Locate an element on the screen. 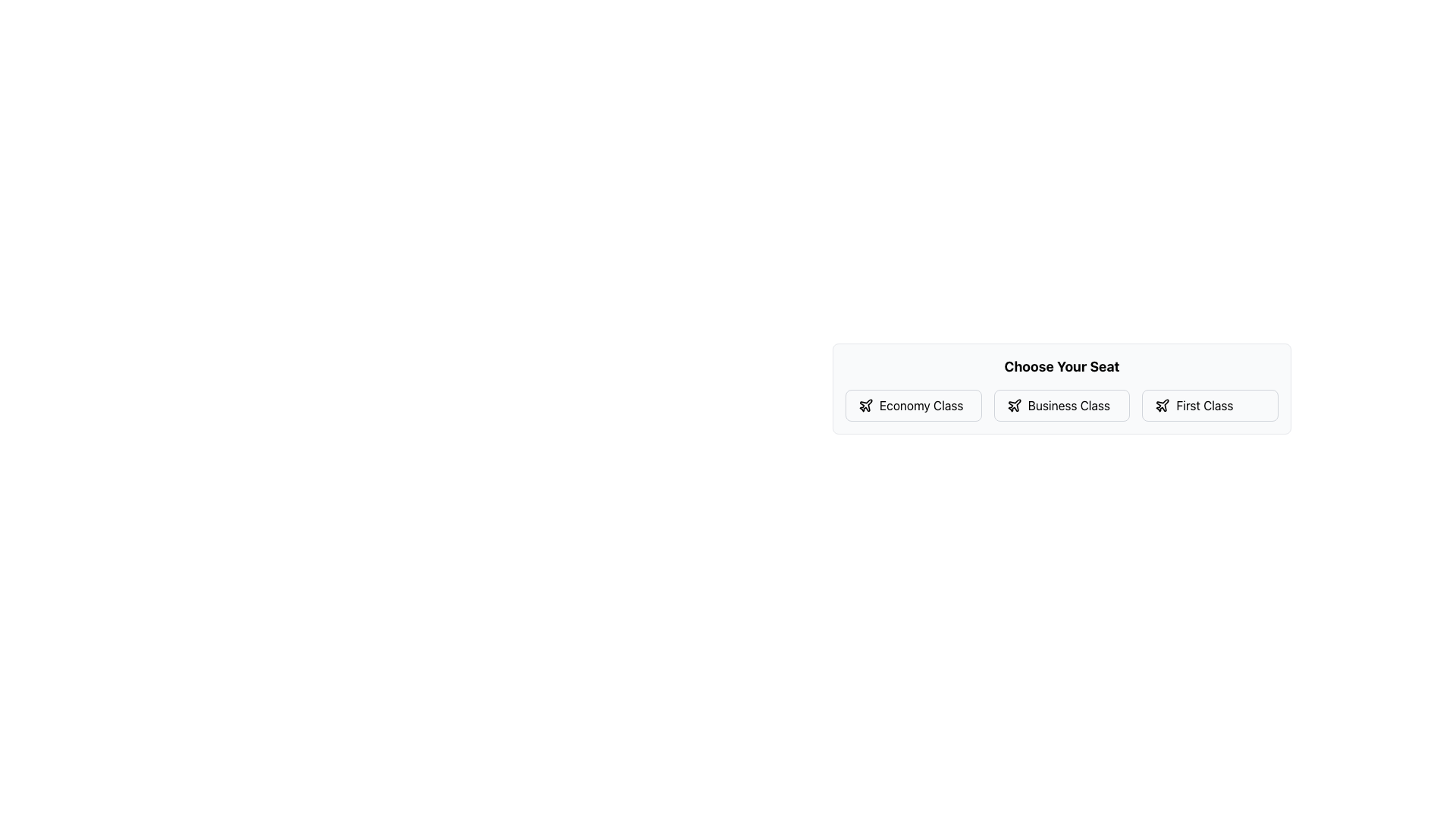  the Text Block that serves as a heading for selecting seat categories, positioned centrally above the options for 'Economy Class', 'Business Class', and 'First Class' is located at coordinates (1061, 366).